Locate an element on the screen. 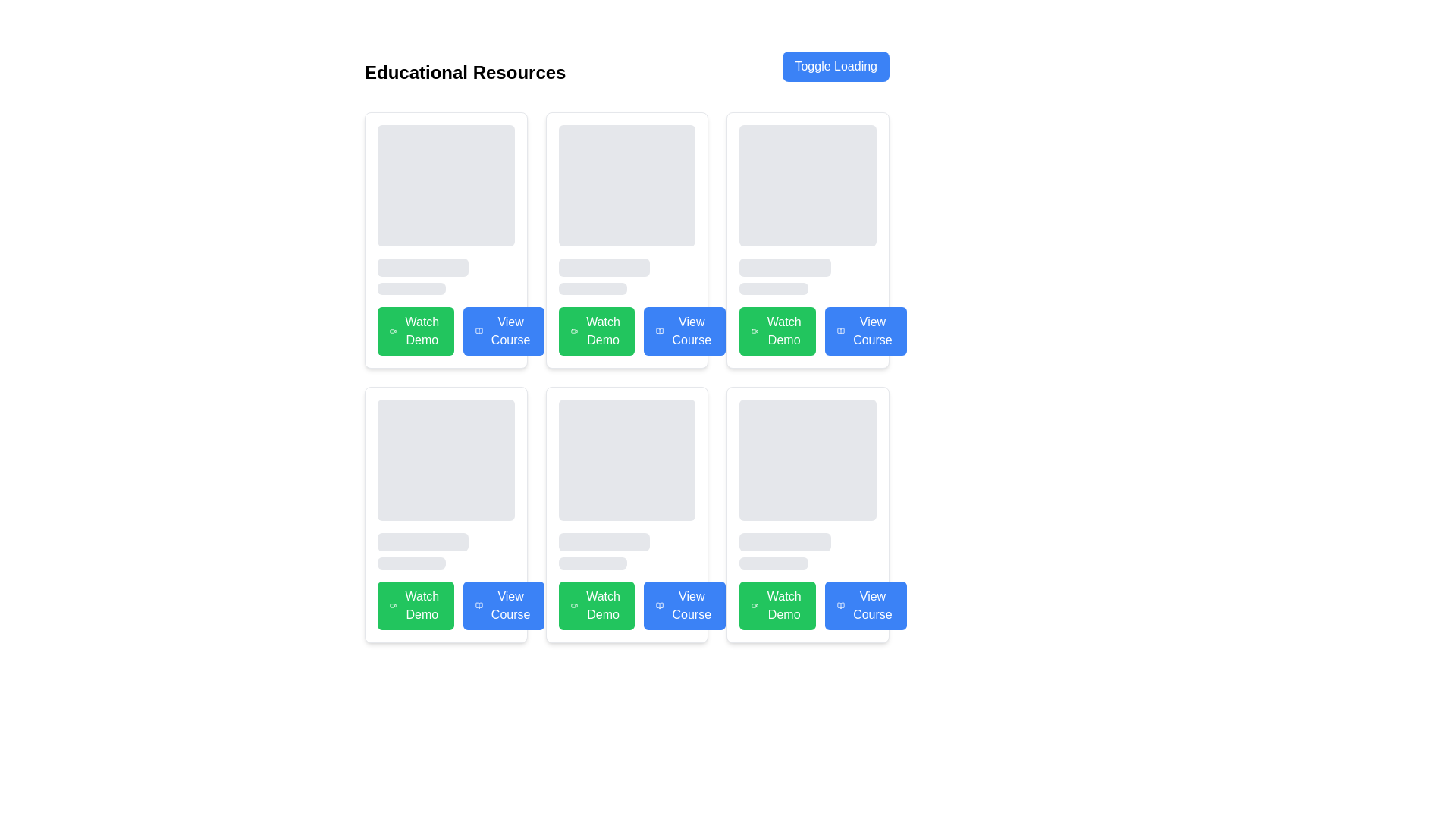 Image resolution: width=1456 pixels, height=819 pixels. SVG icon located at the leftmost part of the 'Watch Demo' button, which is green with white text, for debugging purposes is located at coordinates (573, 330).